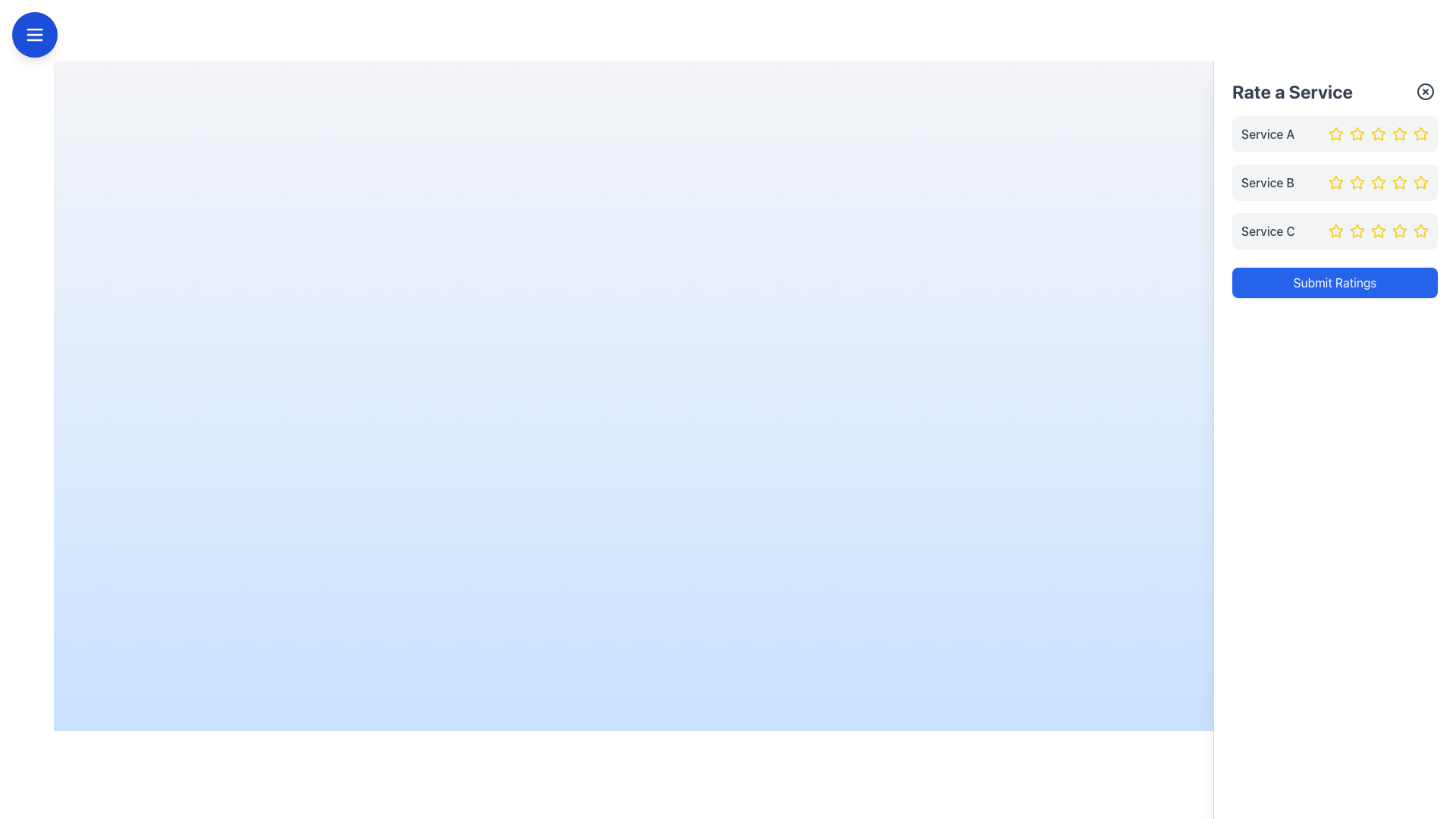  I want to click on the fifth star in the row of rating stars for Service B in the 'Rate a Service' section, so click(1399, 181).